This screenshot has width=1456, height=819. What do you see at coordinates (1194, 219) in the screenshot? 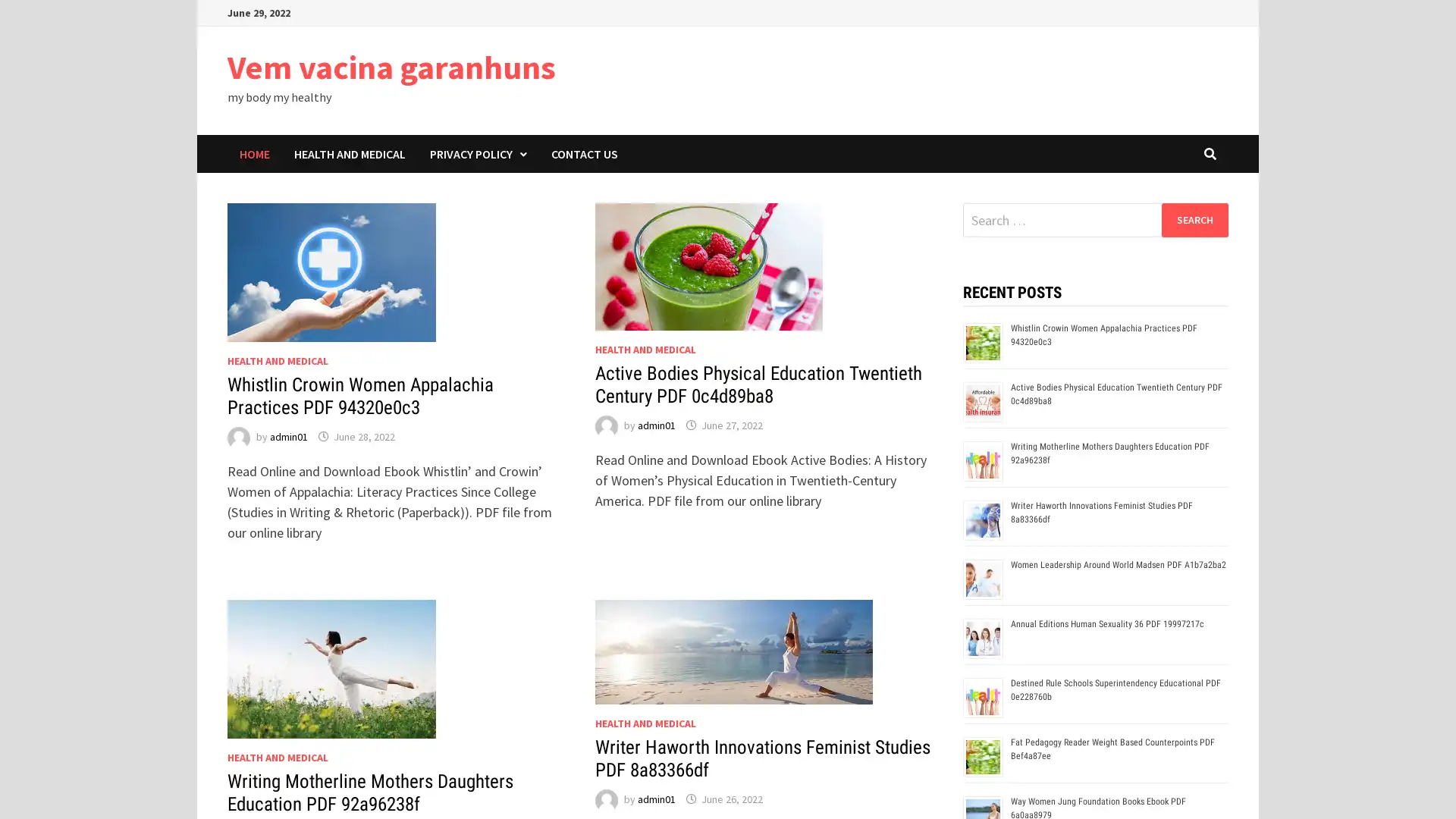
I see `Search` at bounding box center [1194, 219].